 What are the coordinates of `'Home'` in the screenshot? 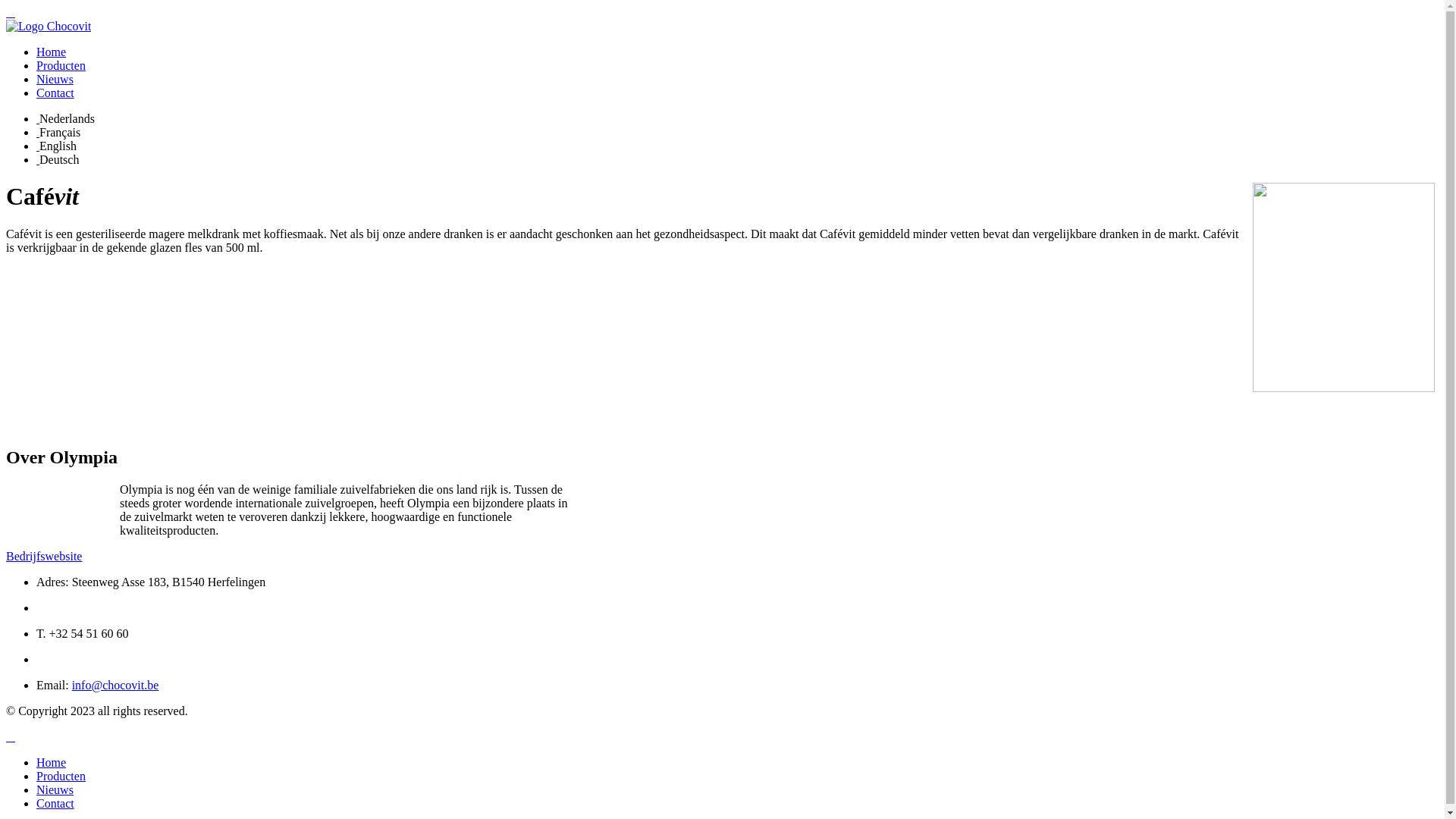 It's located at (51, 51).